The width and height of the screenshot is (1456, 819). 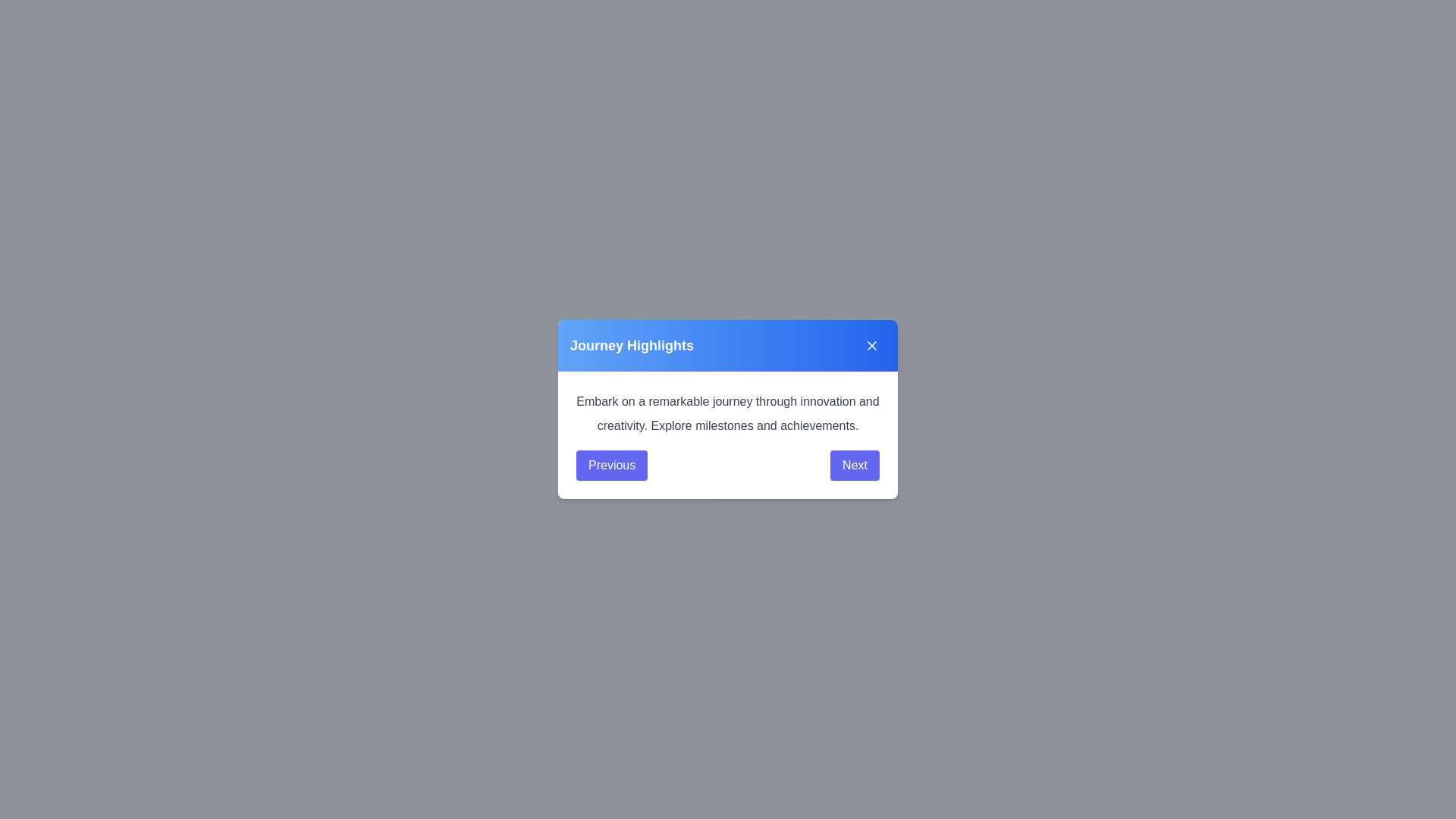 What do you see at coordinates (872, 345) in the screenshot?
I see `the close button (SVG icon) located in the top-right corner of the 'Journey Highlights' dialog box to change its color` at bounding box center [872, 345].